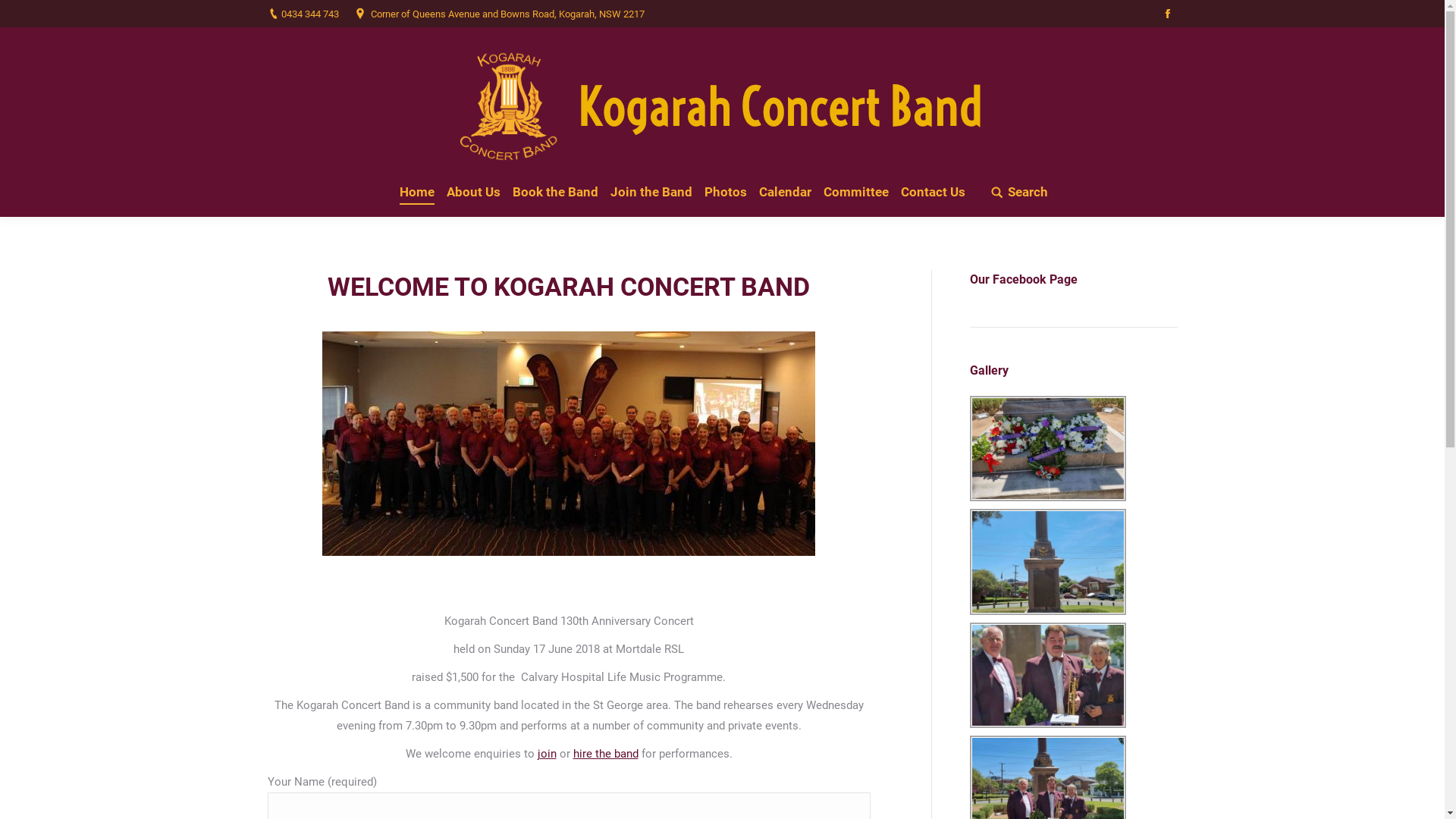 This screenshot has width=1456, height=819. What do you see at coordinates (756, 191) in the screenshot?
I see `'Calendar'` at bounding box center [756, 191].